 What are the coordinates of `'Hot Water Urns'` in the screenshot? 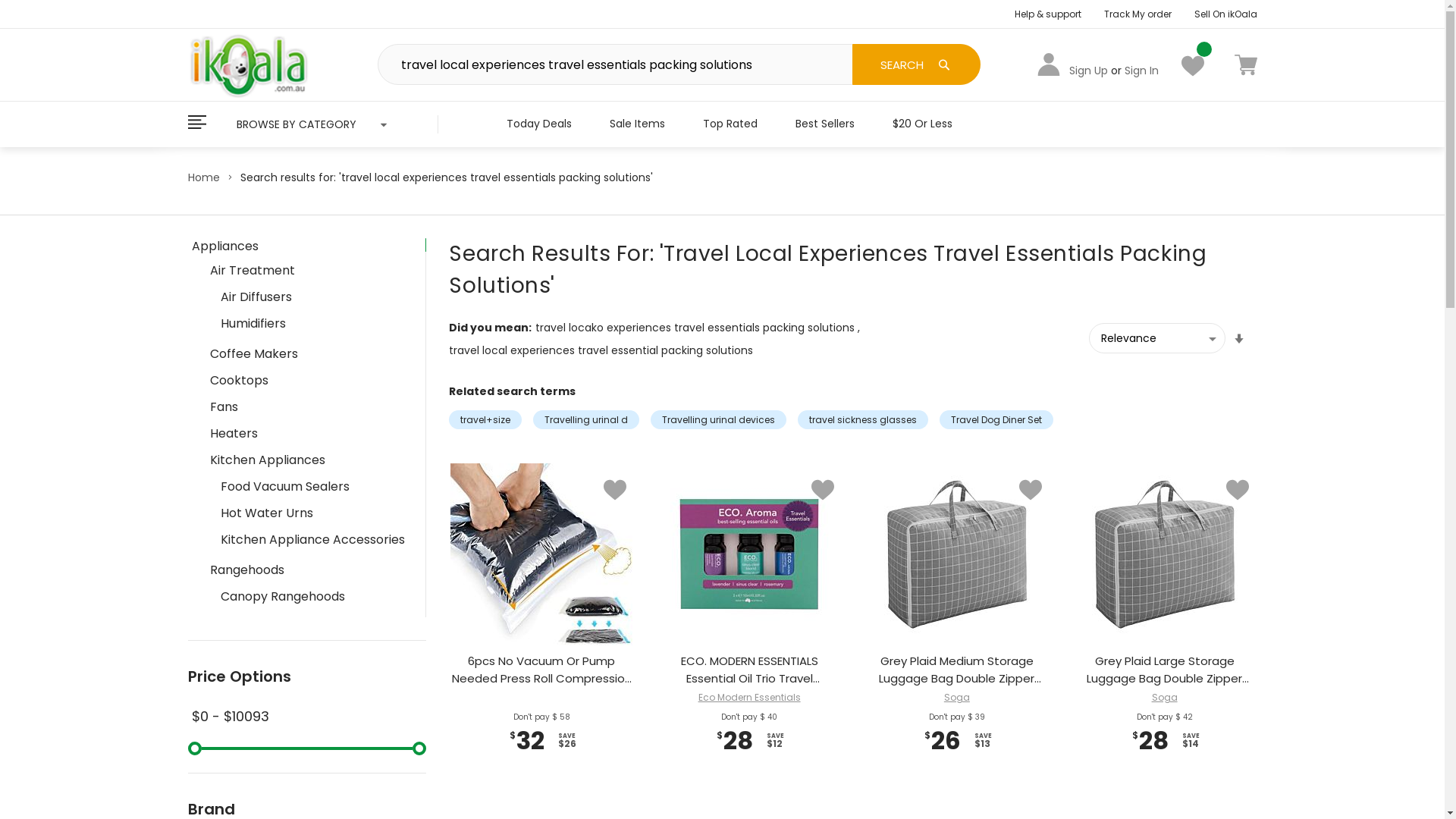 It's located at (312, 512).